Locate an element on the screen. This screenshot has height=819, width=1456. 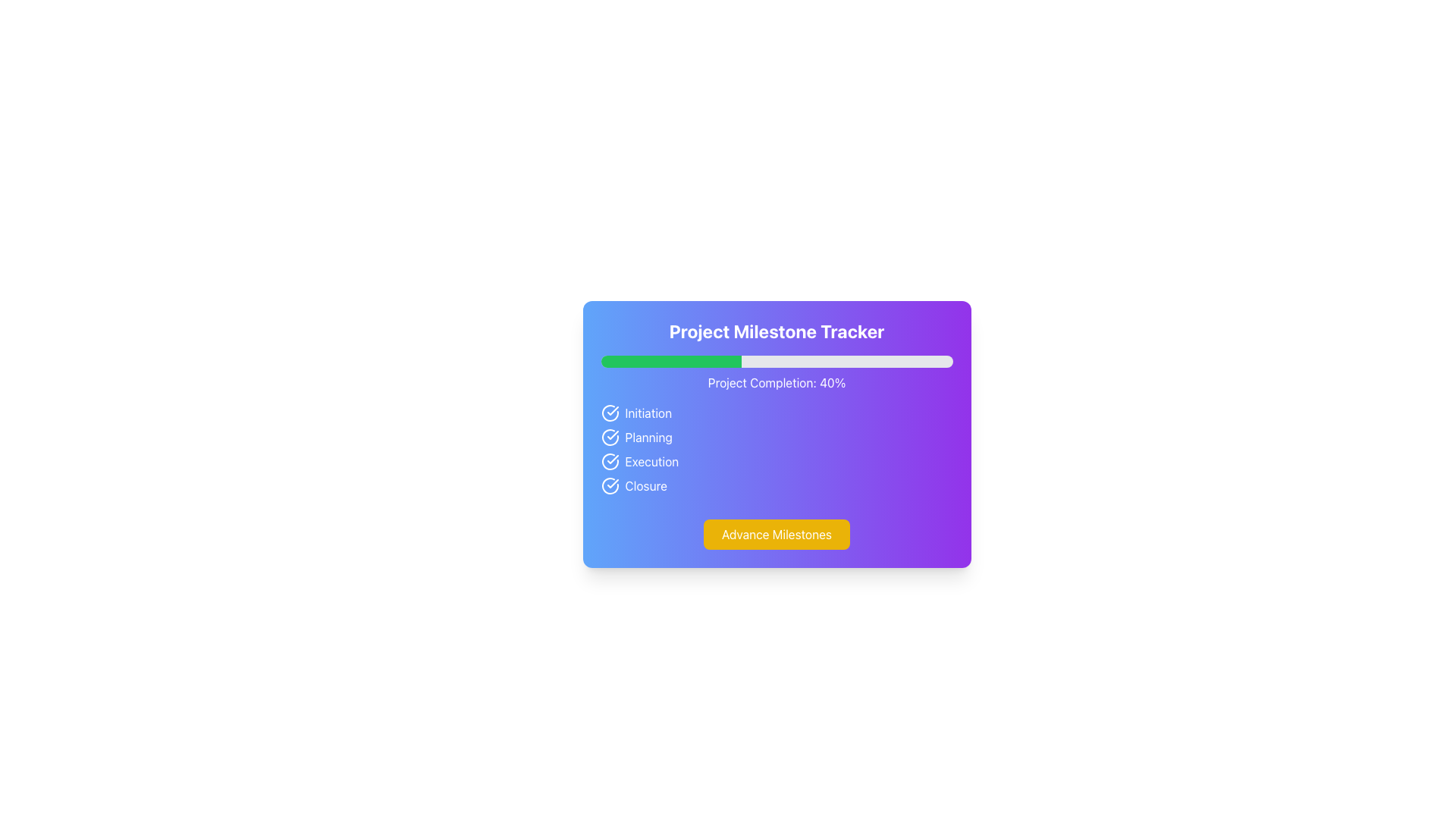
the circular icon with a checkmark located beside the text 'Execution' in the milestones list is located at coordinates (613, 461).